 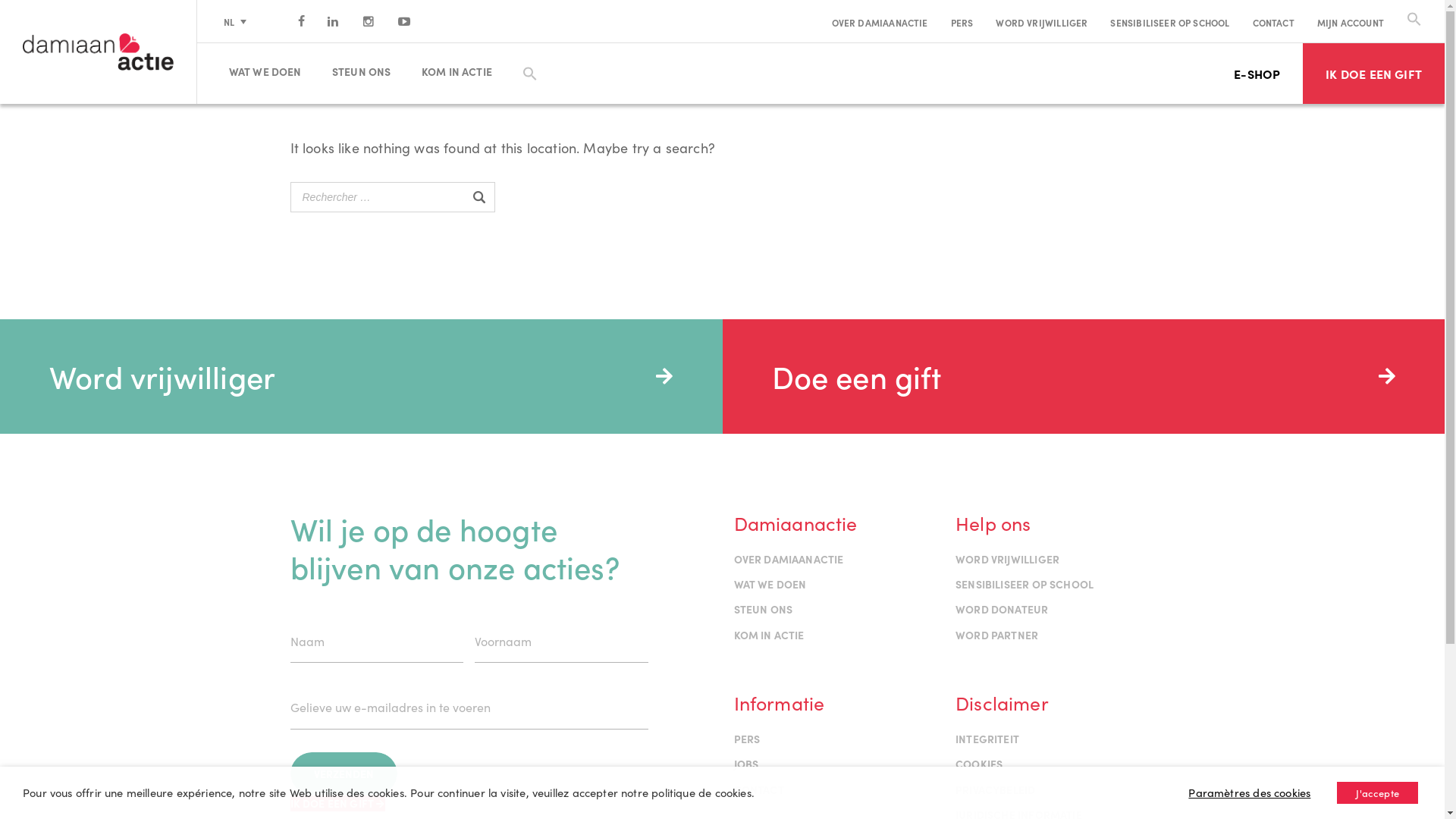 What do you see at coordinates (234, 20) in the screenshot?
I see `'NL'` at bounding box center [234, 20].